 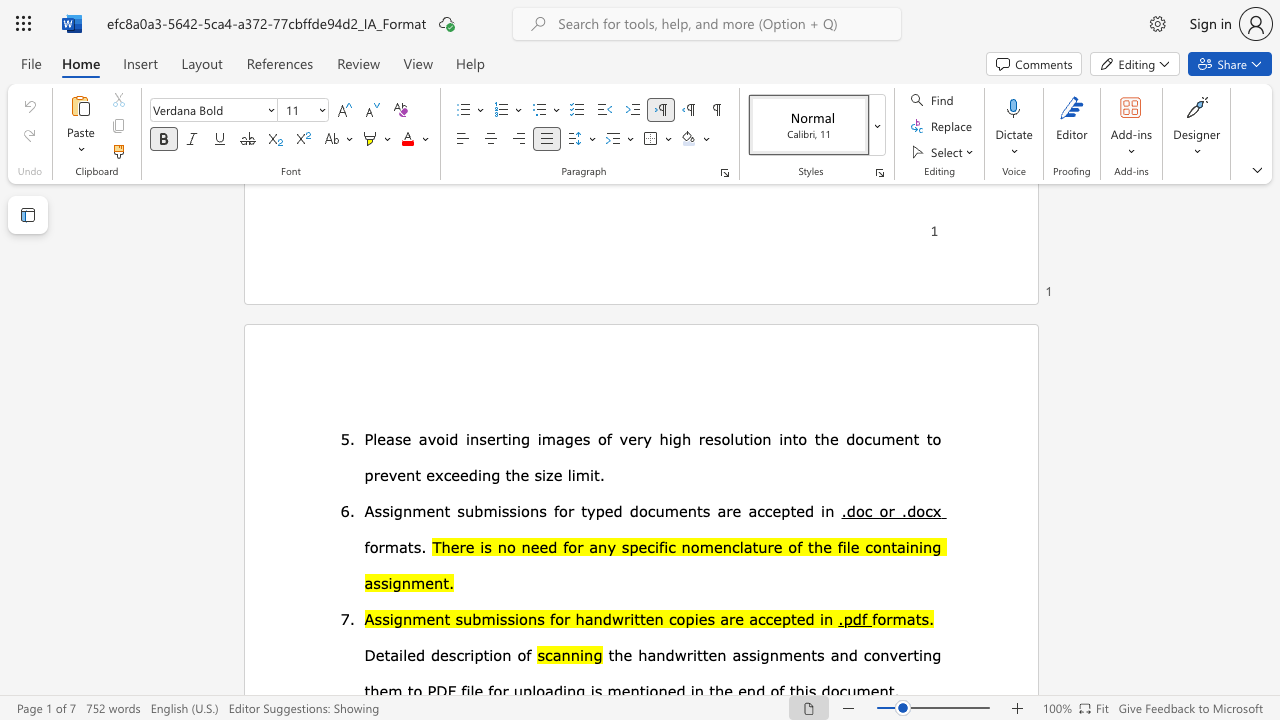 What do you see at coordinates (458, 546) in the screenshot?
I see `the subset text "re is no need for any specific nomenclat" within the text "There is no need for any specific nomenclature of the file"` at bounding box center [458, 546].